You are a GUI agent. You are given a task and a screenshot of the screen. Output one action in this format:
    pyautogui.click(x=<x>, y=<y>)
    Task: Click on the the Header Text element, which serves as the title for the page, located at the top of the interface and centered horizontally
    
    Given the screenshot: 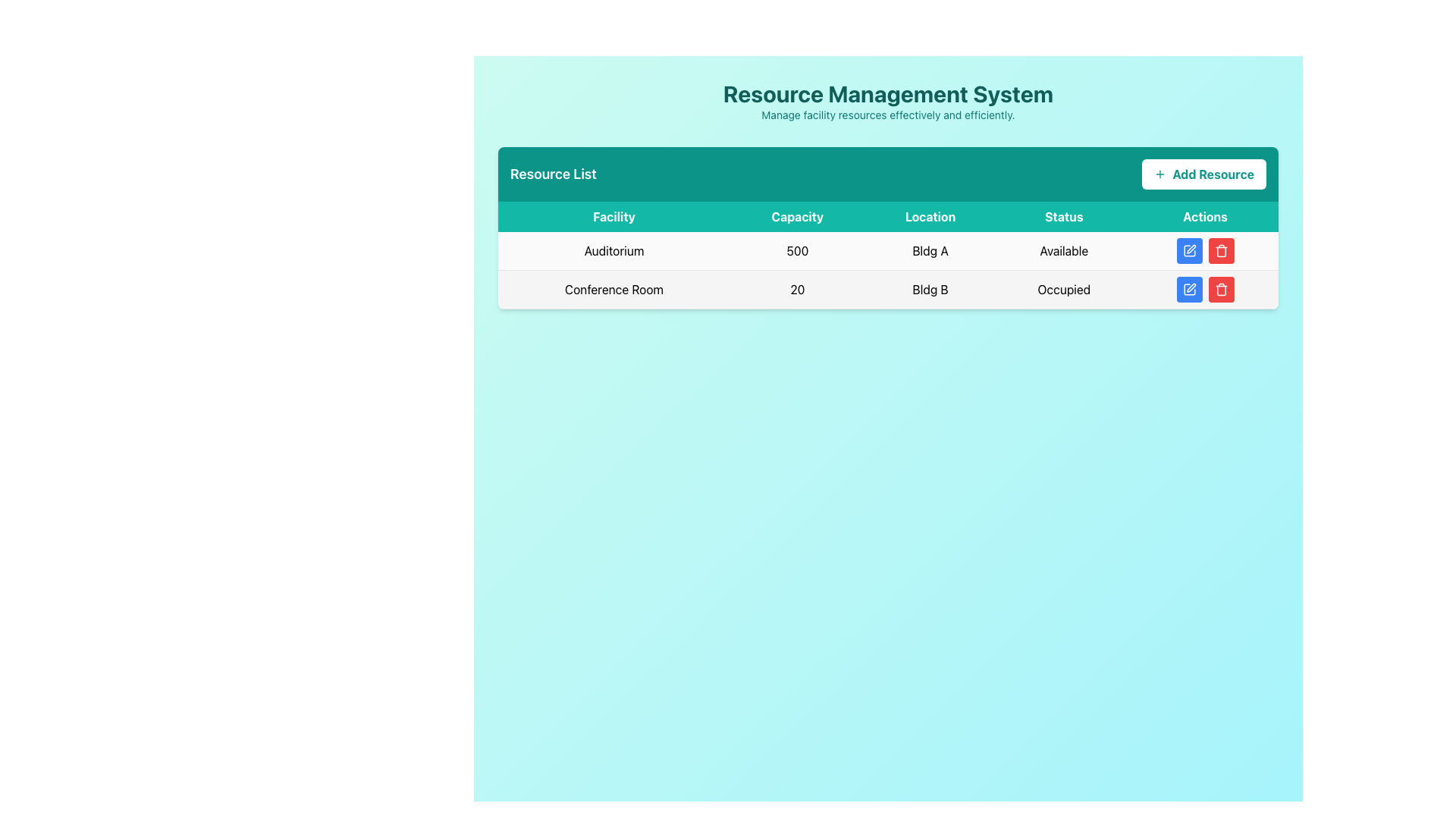 What is the action you would take?
    pyautogui.click(x=888, y=93)
    